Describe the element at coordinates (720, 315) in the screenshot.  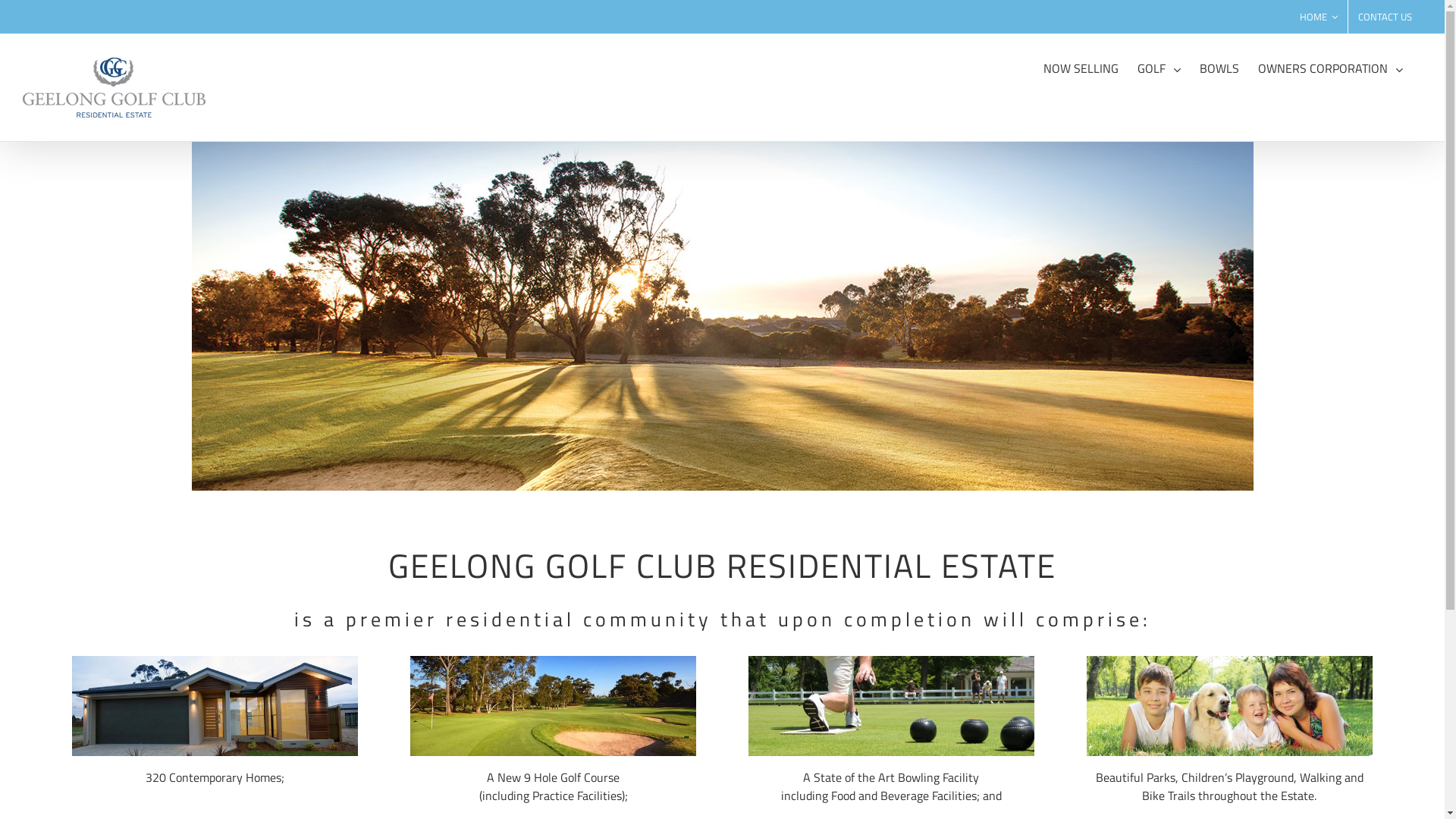
I see `'GGC_Course1_1400x460'` at that location.